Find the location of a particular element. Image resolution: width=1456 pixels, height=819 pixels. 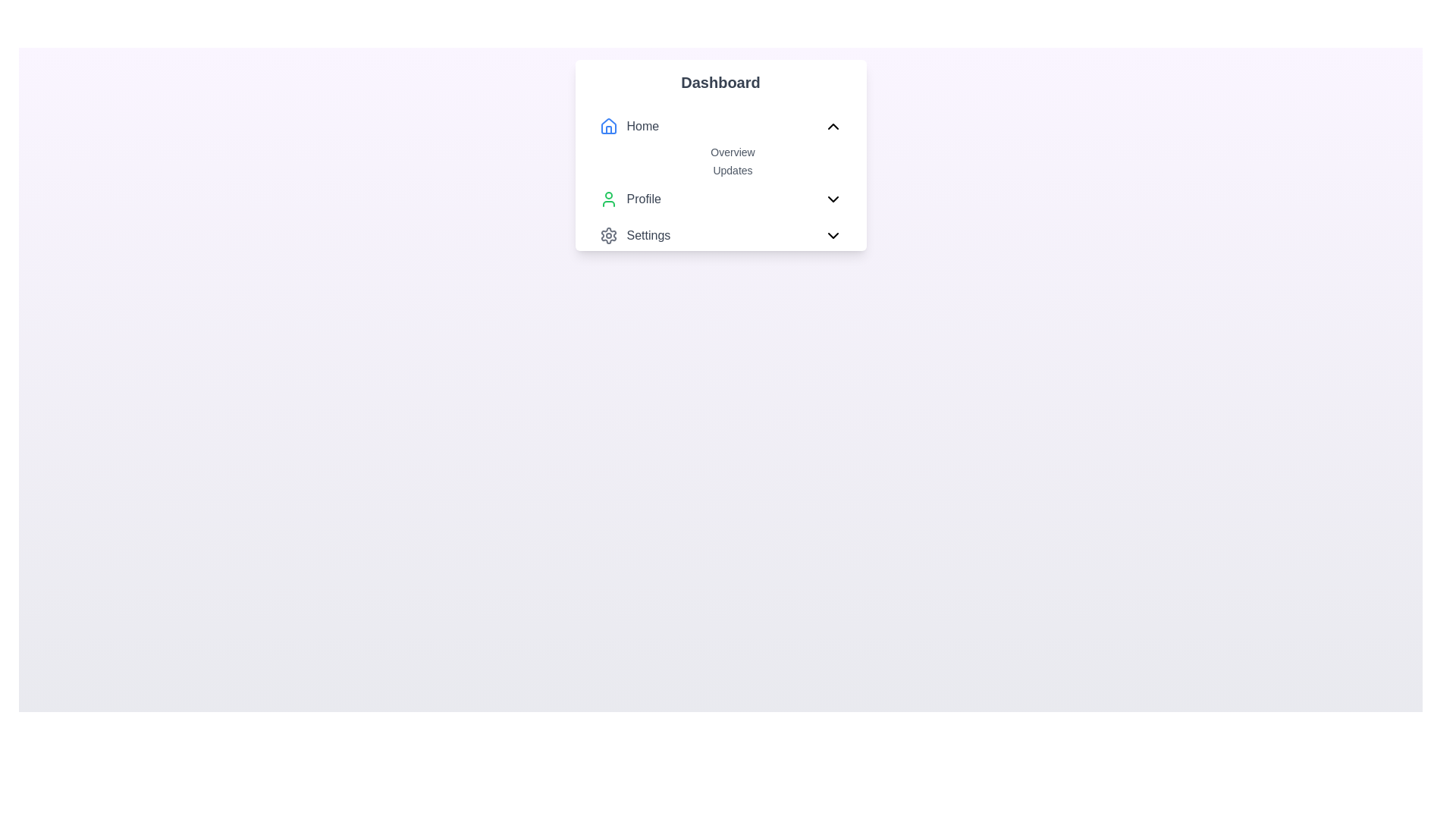

the blue house icon is located at coordinates (608, 125).